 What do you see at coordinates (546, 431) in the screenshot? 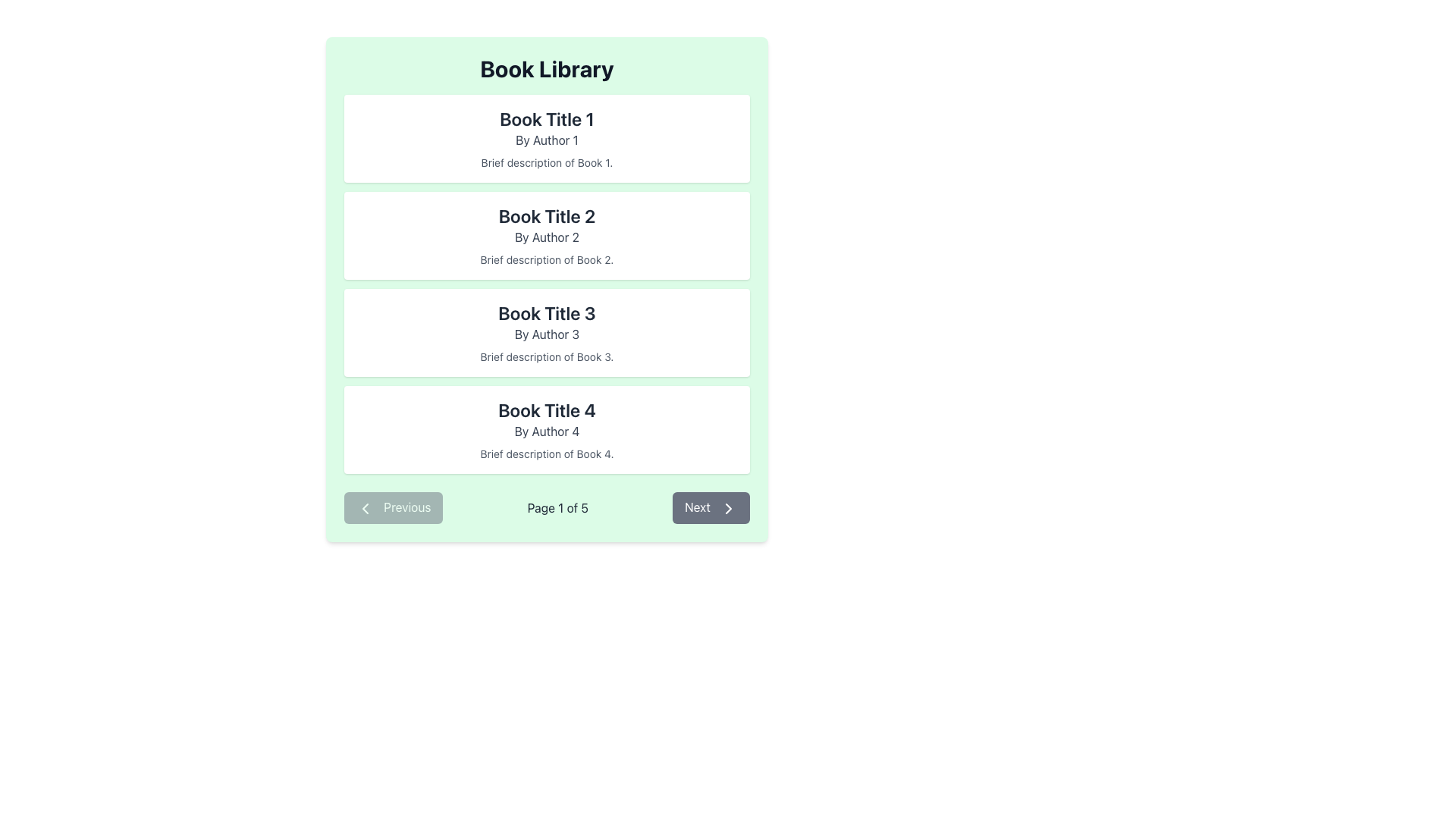
I see `the text label that reads 'By Author 4', which is located in the fourth card of the book listing on the 'Book Library' page, positioned below 'Book Title 4' and above 'Brief description of Book 4'` at bounding box center [546, 431].